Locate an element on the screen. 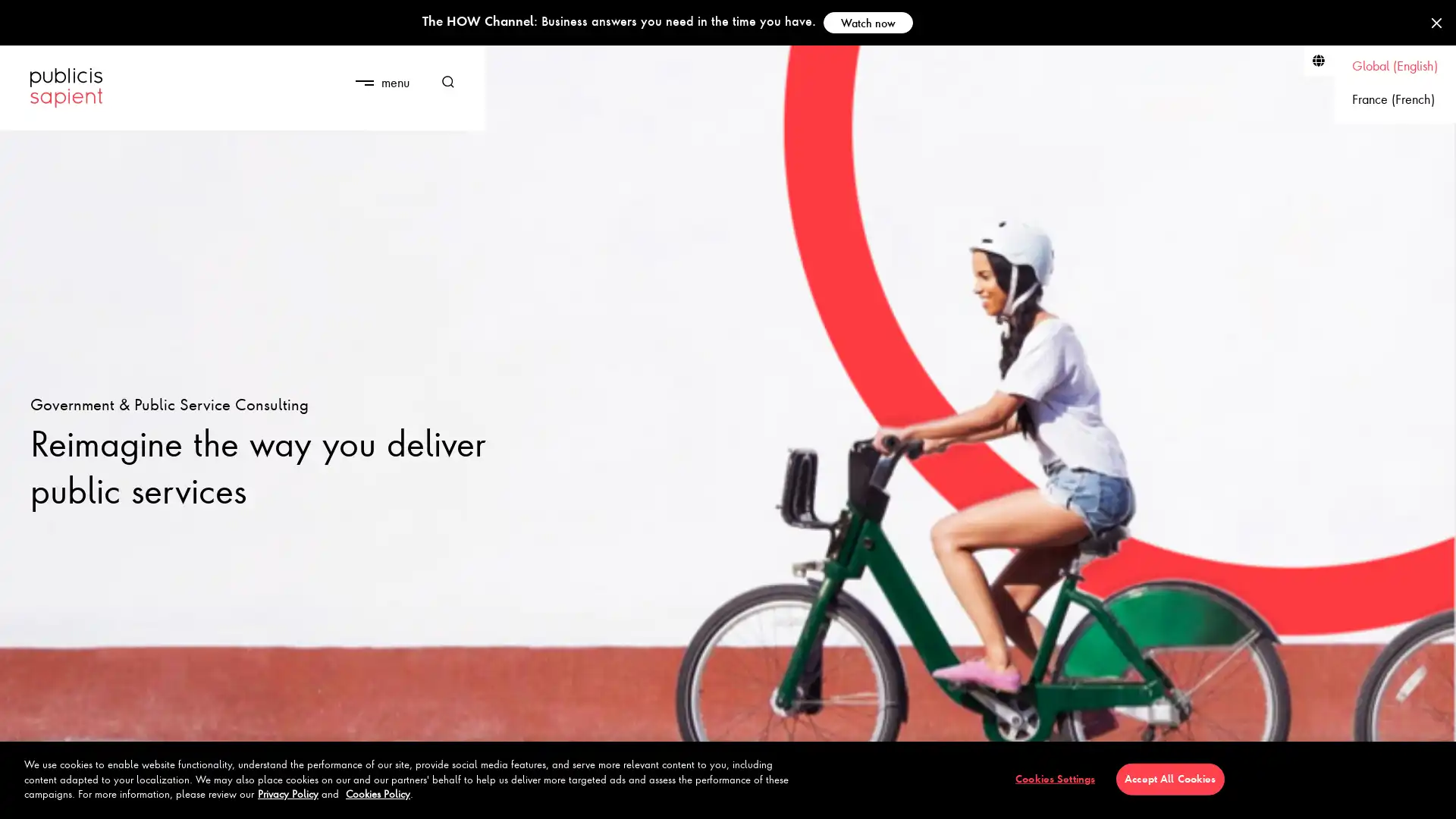  Accept All Cookies is located at coordinates (1169, 778).